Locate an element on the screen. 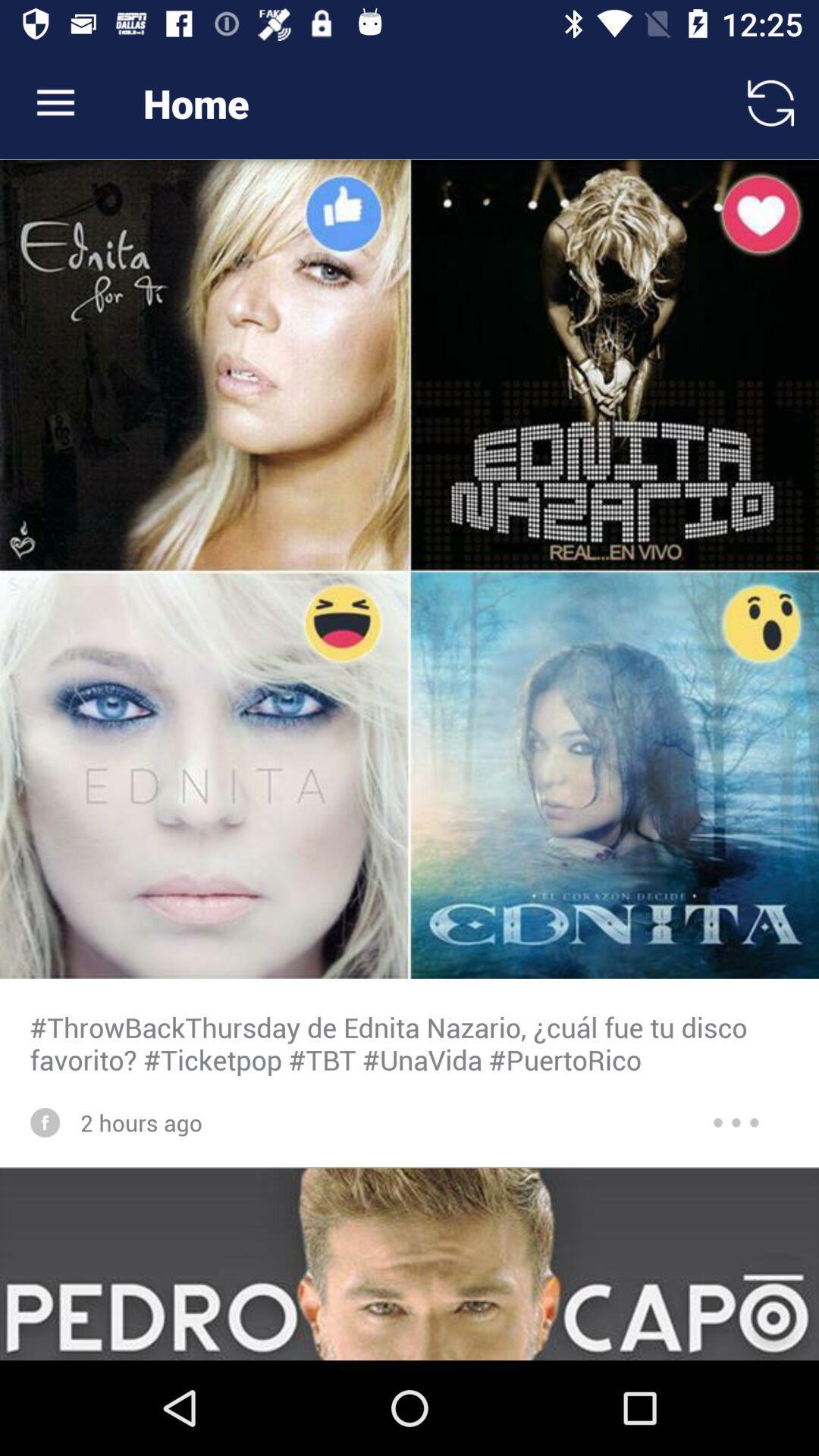  the item next to home is located at coordinates (55, 102).